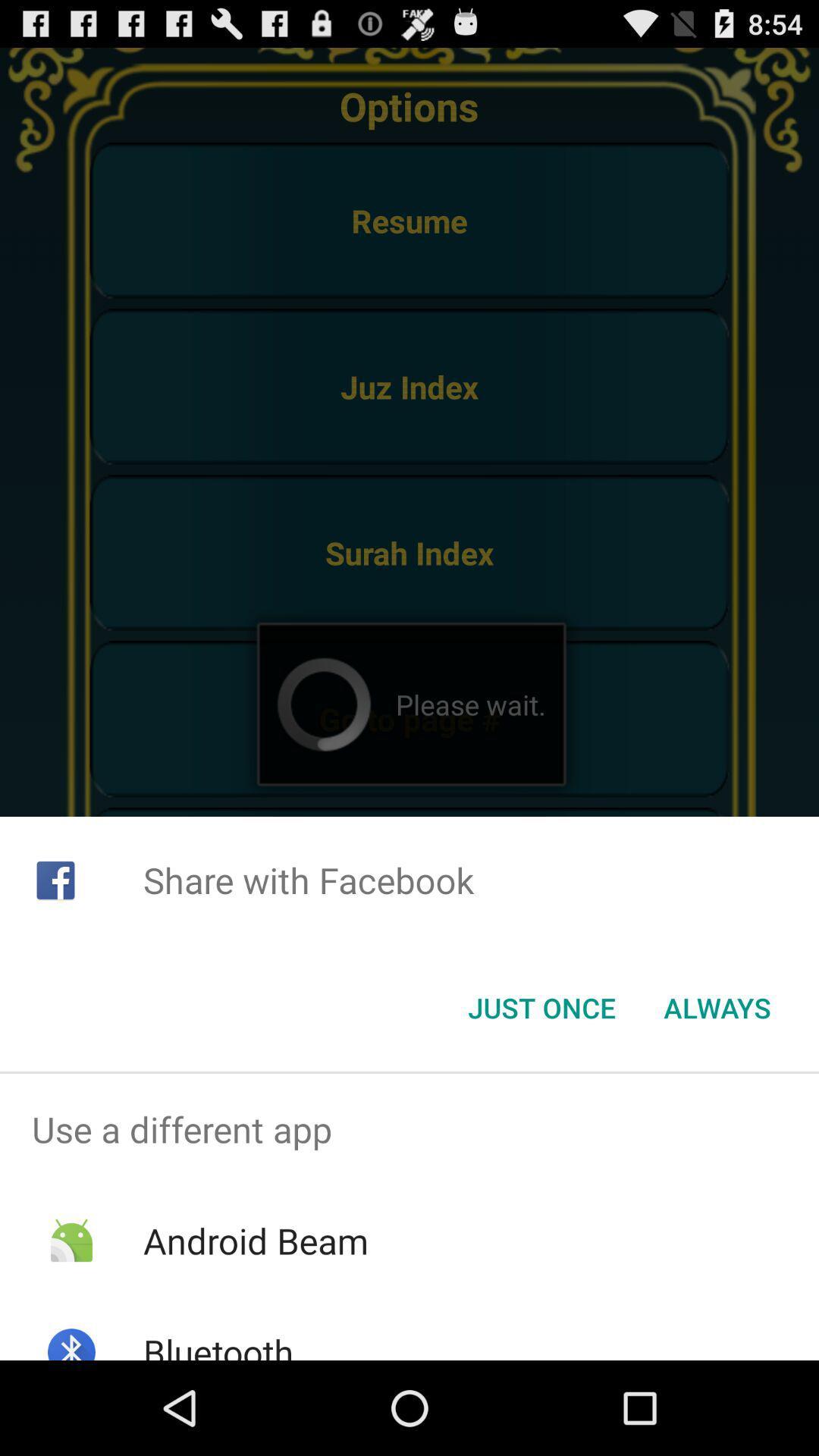 This screenshot has height=1456, width=819. Describe the element at coordinates (717, 1008) in the screenshot. I see `icon below share with facebook icon` at that location.